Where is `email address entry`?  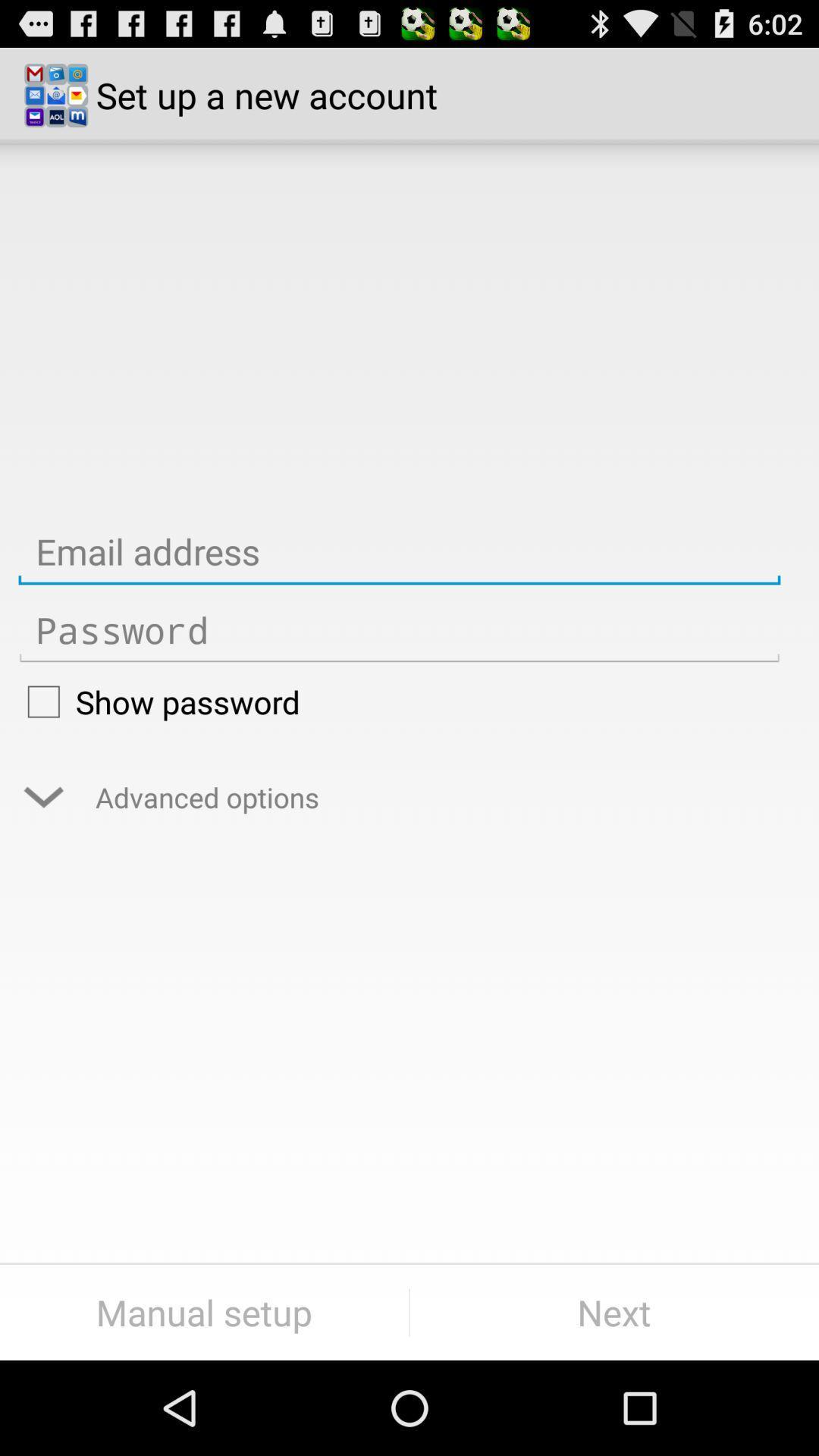
email address entry is located at coordinates (398, 551).